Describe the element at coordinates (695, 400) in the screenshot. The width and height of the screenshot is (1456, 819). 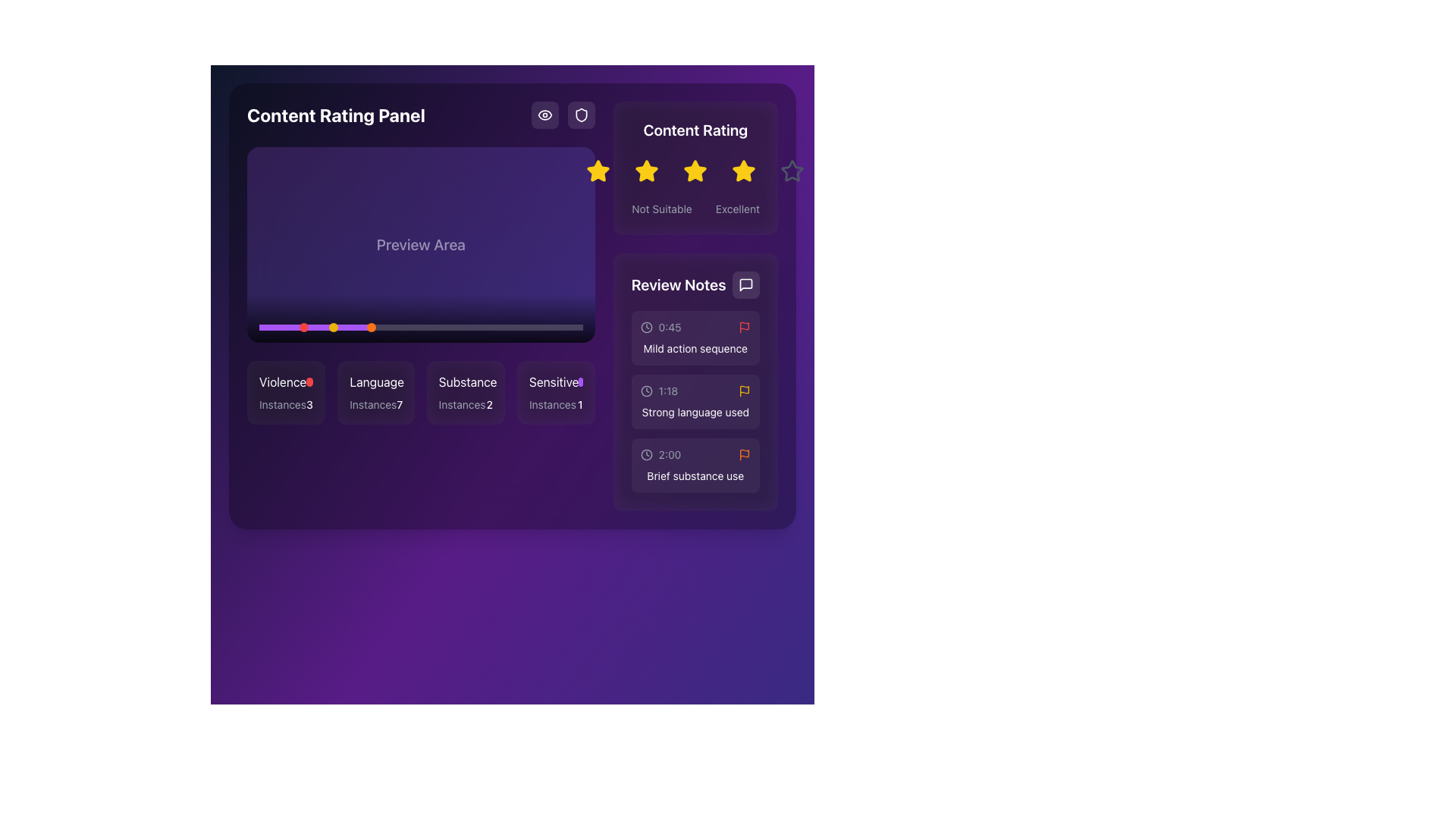
I see `description of the second entry in the 'Review Notes' section, which includes a clock icon, a timestamp, and a flag icon with a note styled in white font` at that location.